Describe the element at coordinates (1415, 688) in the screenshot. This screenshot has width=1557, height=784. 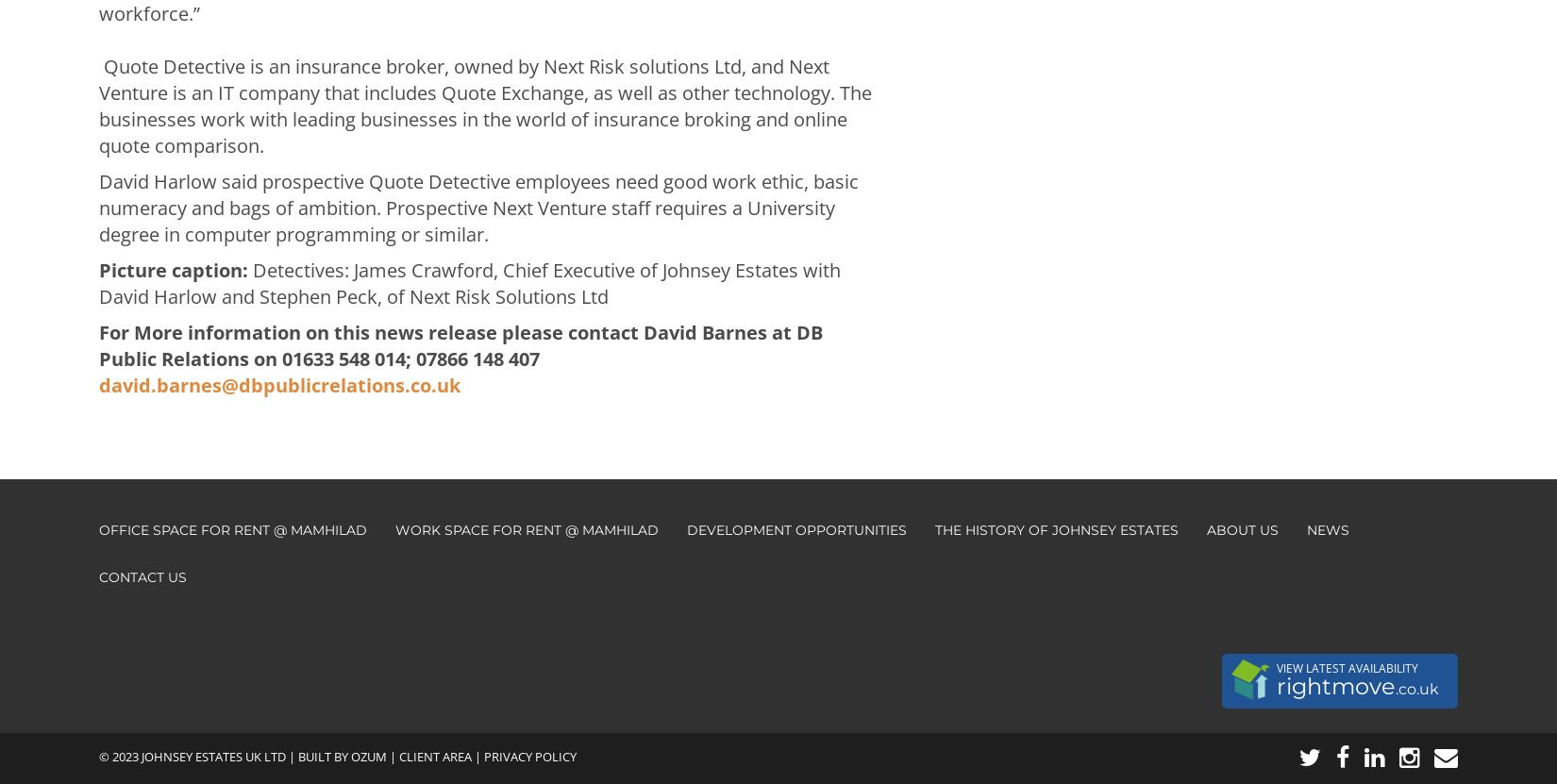
I see `'.co.uk'` at that location.